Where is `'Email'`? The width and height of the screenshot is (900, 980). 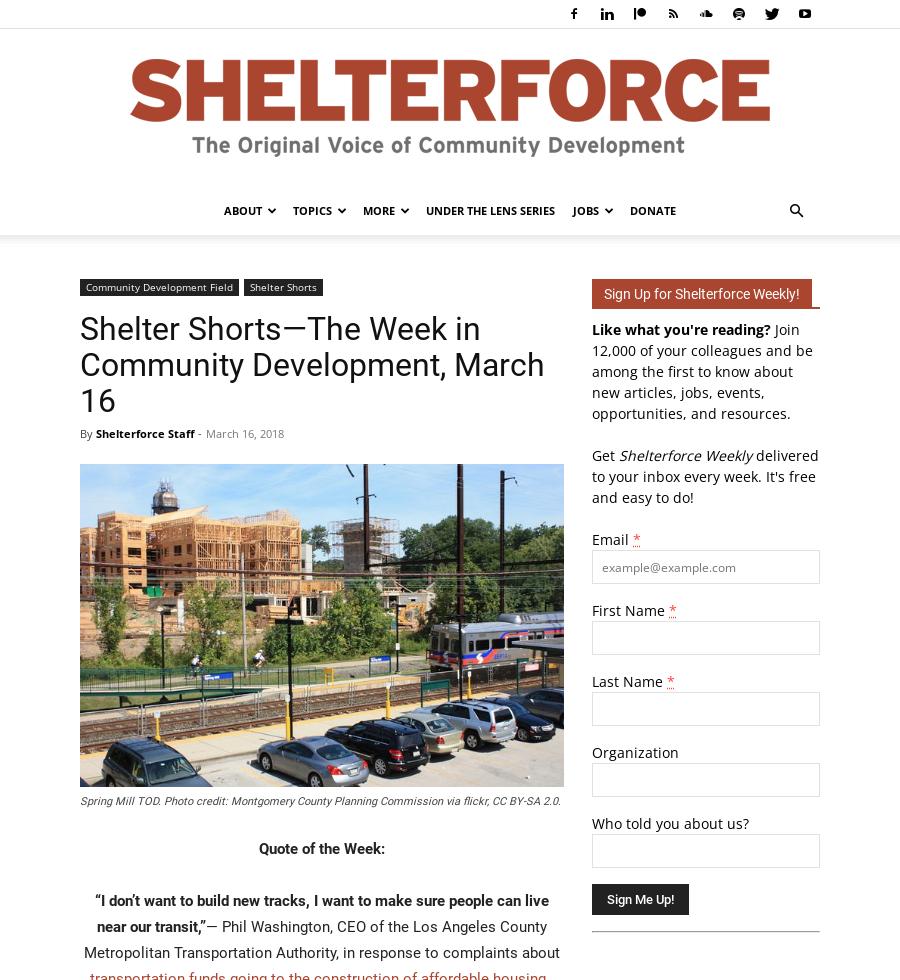 'Email' is located at coordinates (612, 539).